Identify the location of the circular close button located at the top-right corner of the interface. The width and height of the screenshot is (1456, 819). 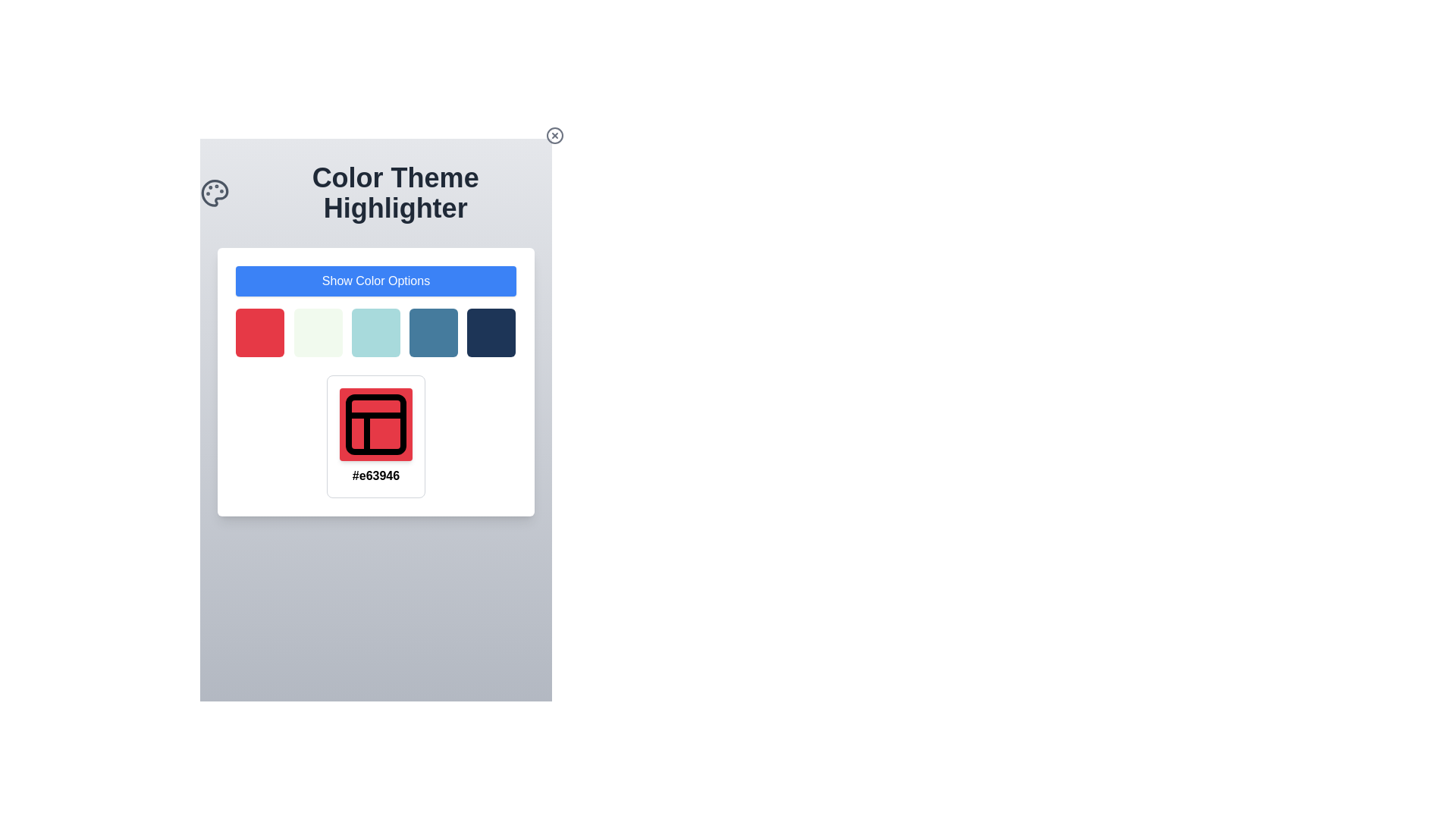
(554, 134).